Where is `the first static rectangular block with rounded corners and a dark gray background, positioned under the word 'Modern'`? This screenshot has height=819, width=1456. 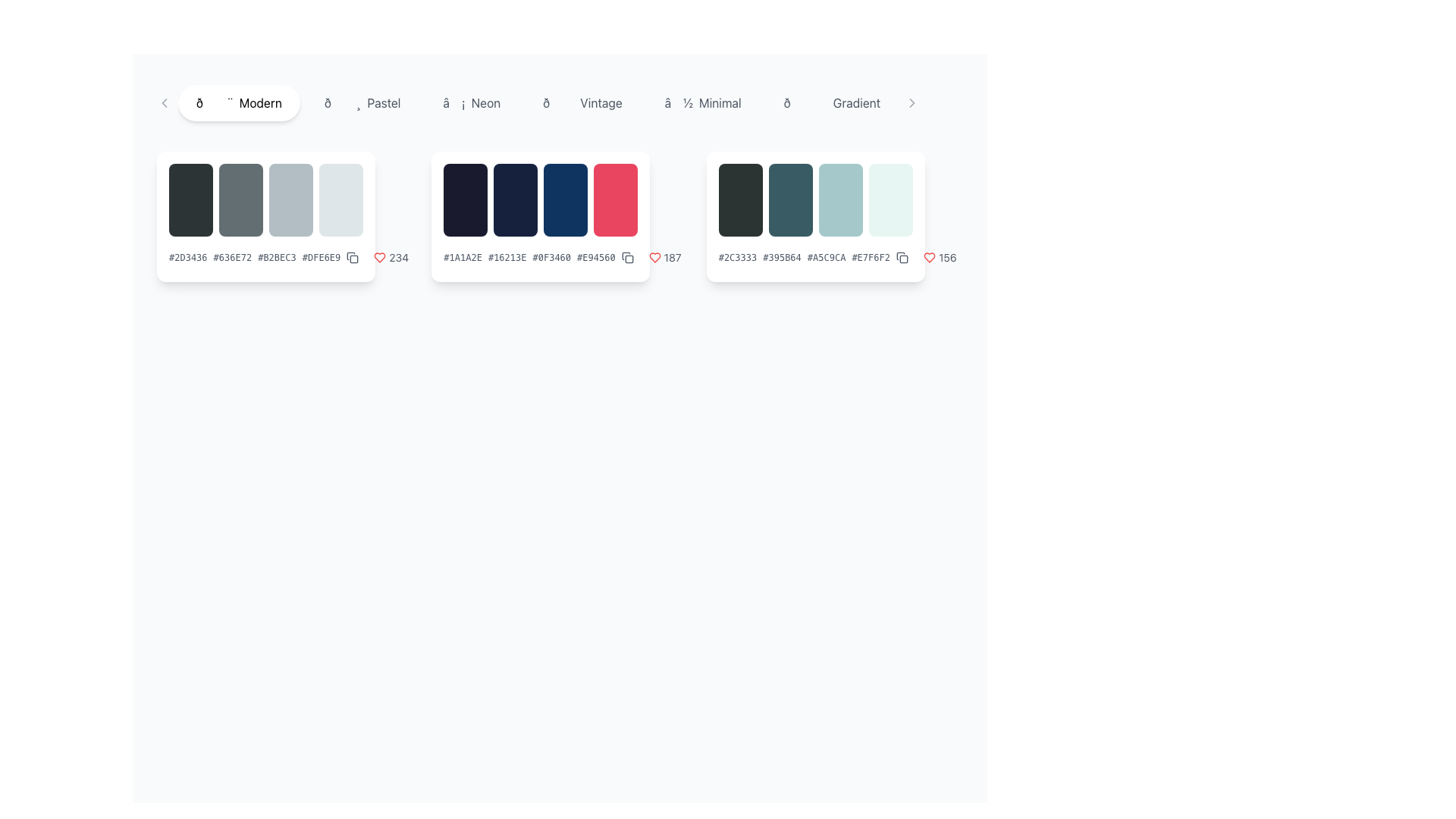 the first static rectangular block with rounded corners and a dark gray background, positioned under the word 'Modern' is located at coordinates (190, 199).